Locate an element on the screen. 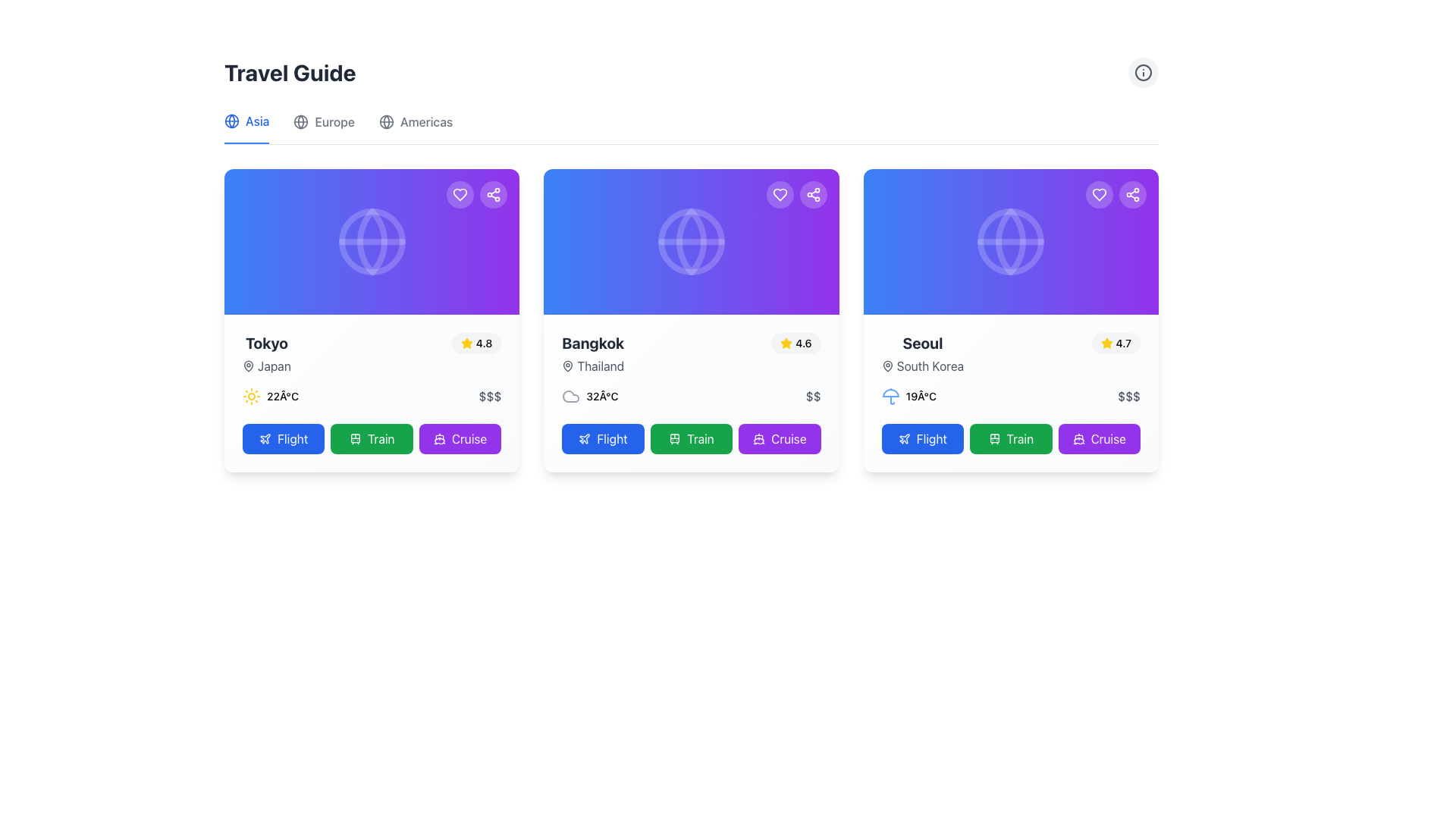 Image resolution: width=1456 pixels, height=819 pixels. the weather icon located in the top-right corner of the second card from the left in the main content area to comprehend related information is located at coordinates (570, 396).